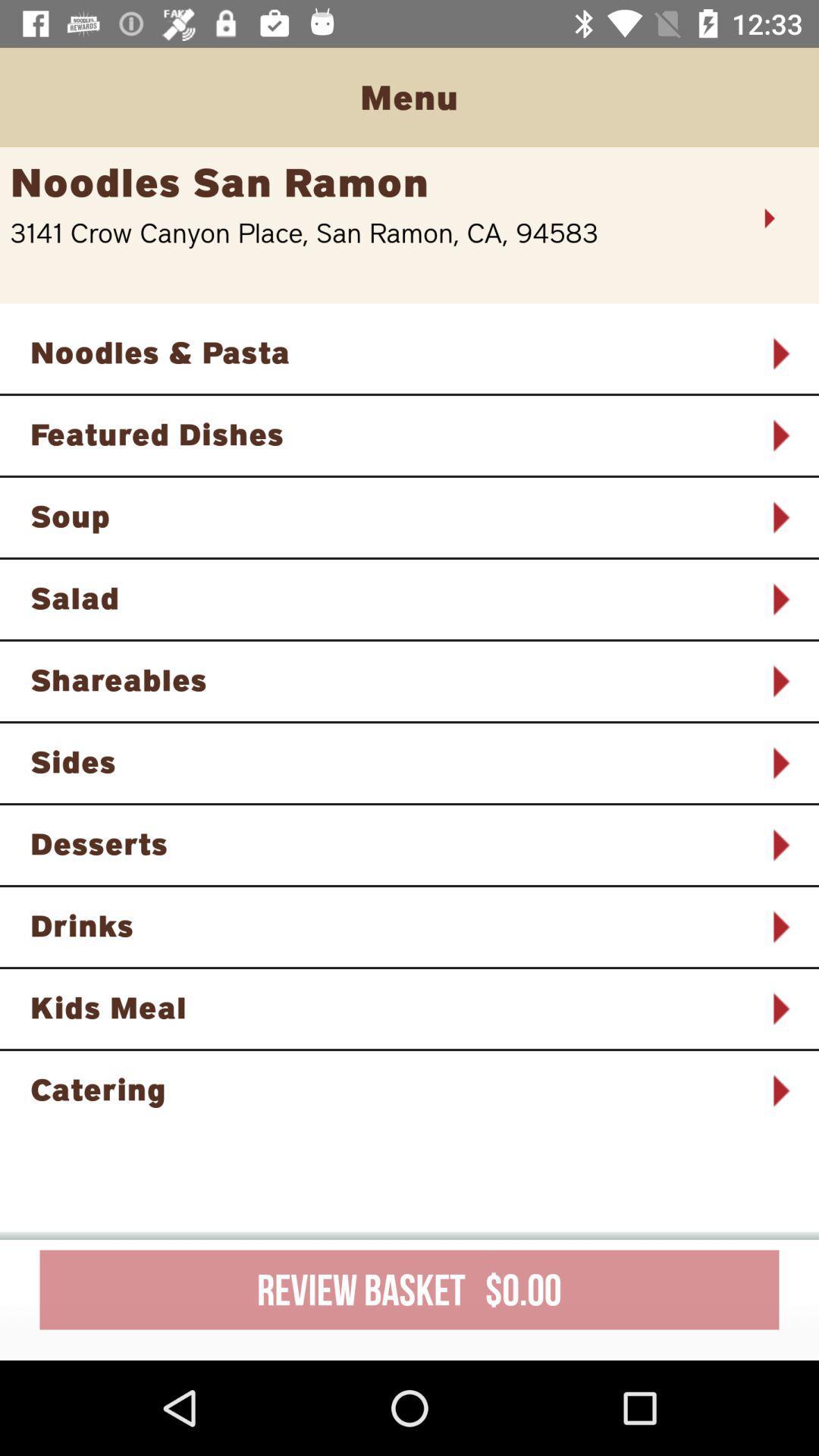 The width and height of the screenshot is (819, 1456). I want to click on the icon below the salad  icon, so click(389, 679).